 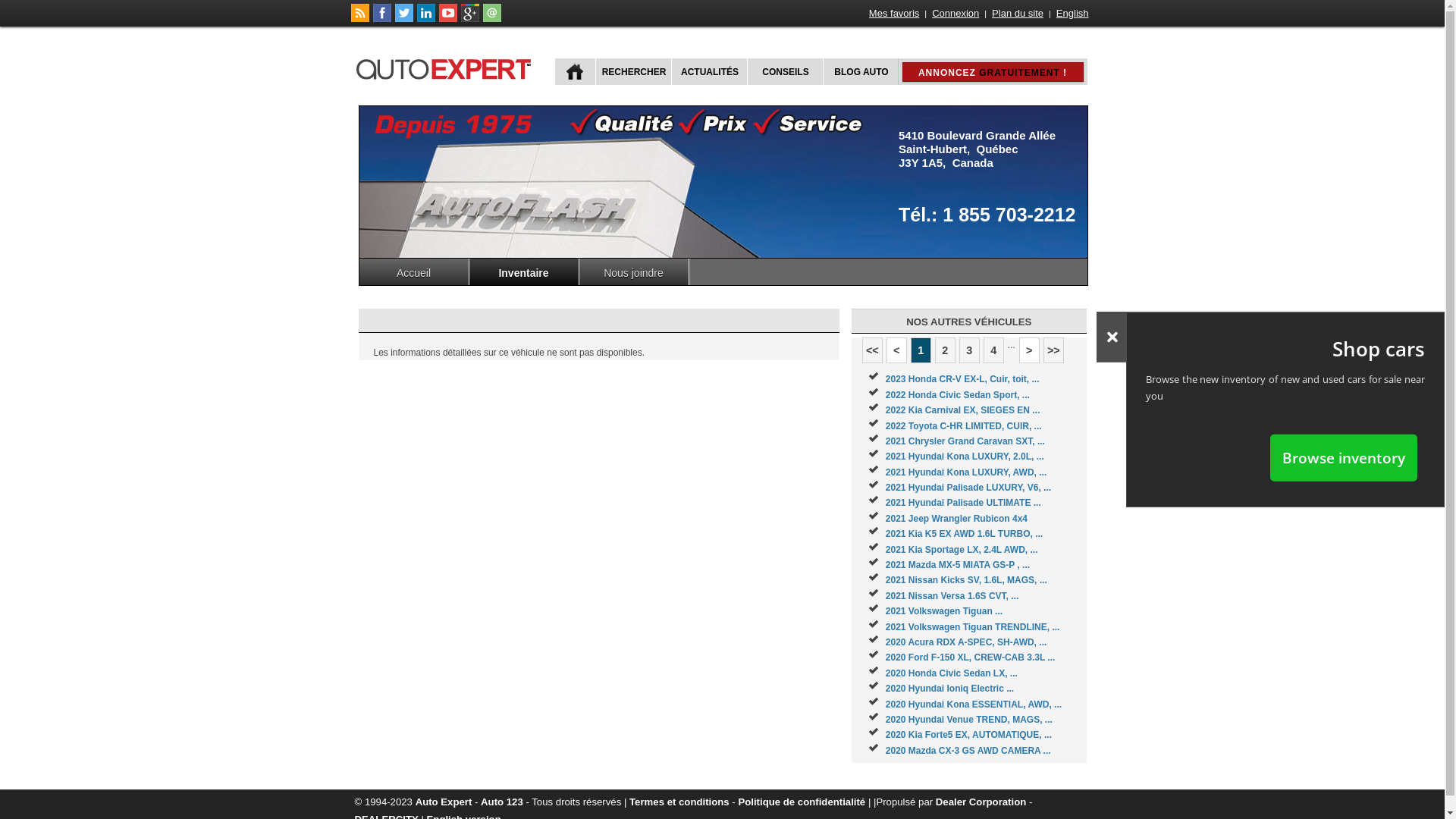 I want to click on '2021 Hyundai Kona LUXURY, AWD, ...', so click(x=965, y=472).